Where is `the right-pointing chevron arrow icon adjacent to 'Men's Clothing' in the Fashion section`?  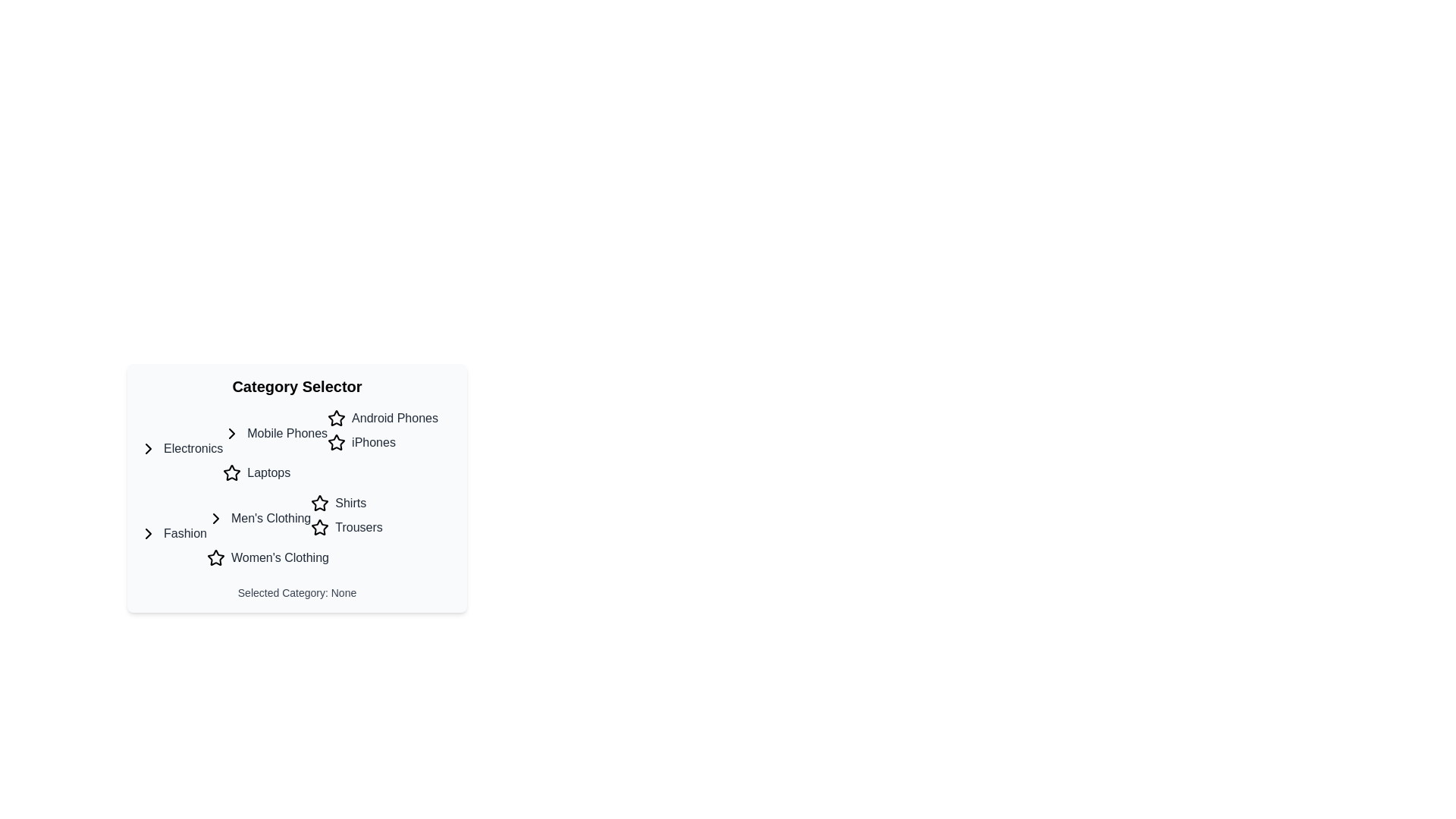
the right-pointing chevron arrow icon adjacent to 'Men's Clothing' in the Fashion section is located at coordinates (215, 517).